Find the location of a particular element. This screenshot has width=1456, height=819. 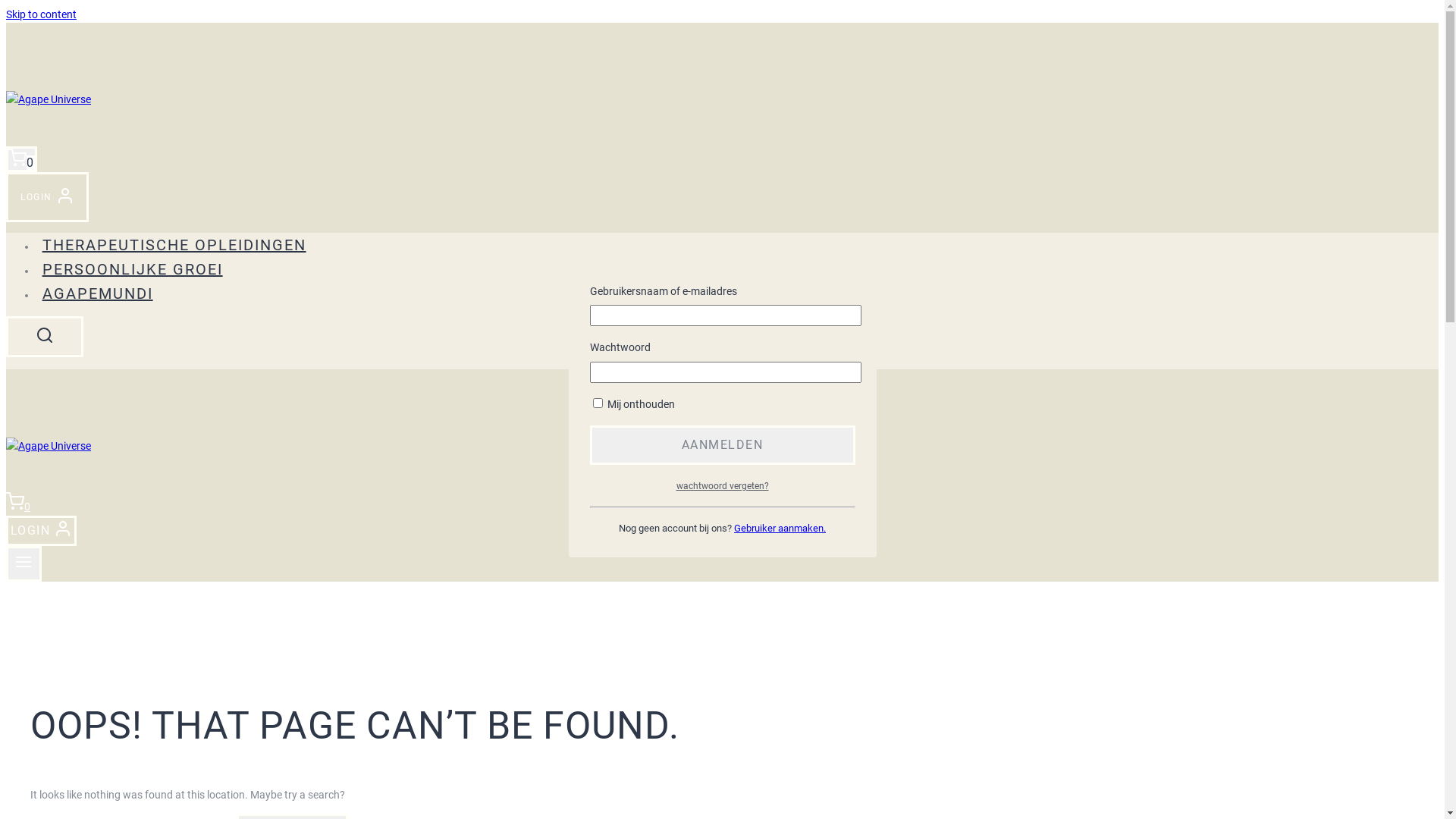

'PERSOONLIJKE GROEI' is located at coordinates (132, 268).